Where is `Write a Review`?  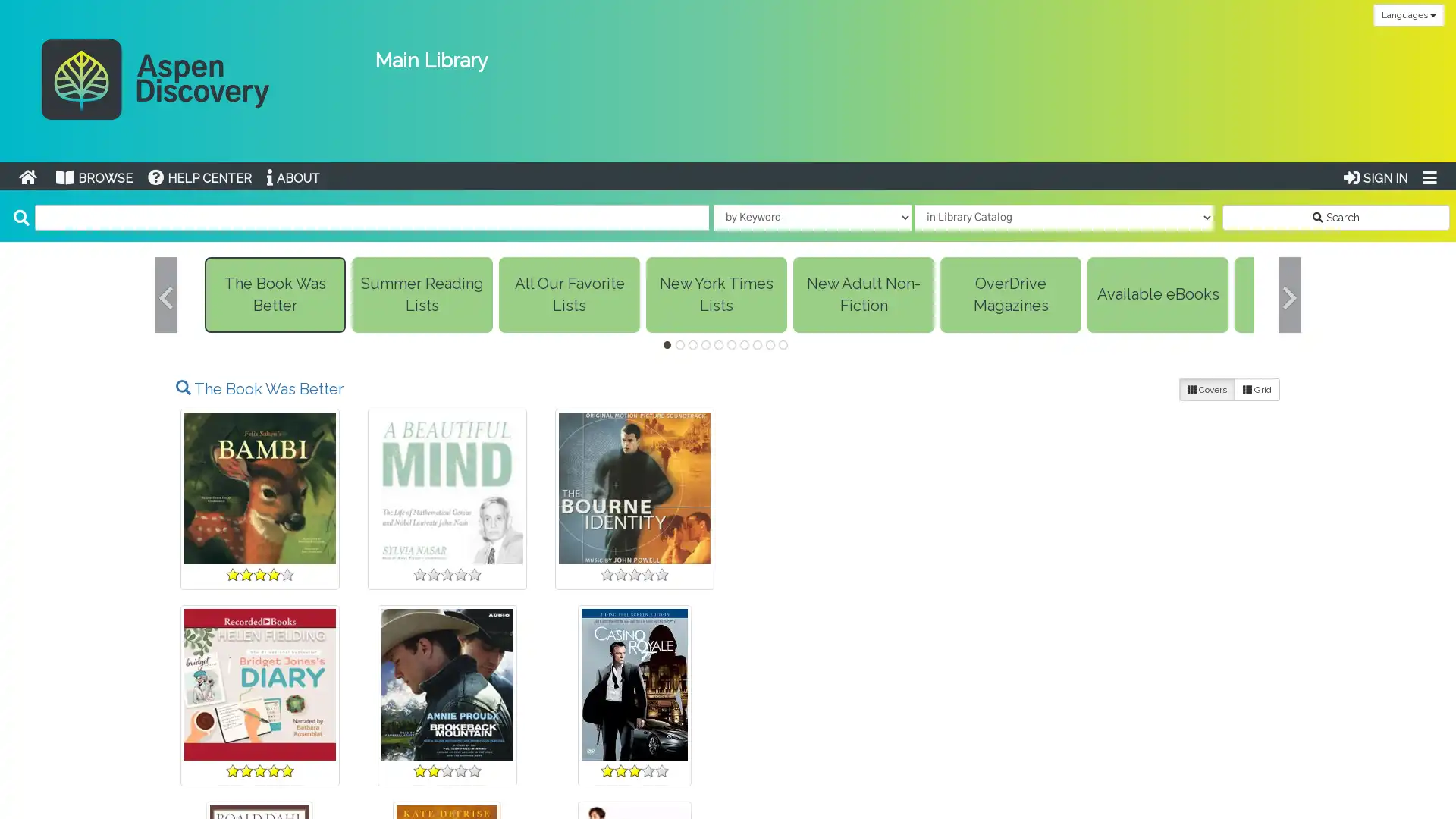
Write a Review is located at coordinates (633, 576).